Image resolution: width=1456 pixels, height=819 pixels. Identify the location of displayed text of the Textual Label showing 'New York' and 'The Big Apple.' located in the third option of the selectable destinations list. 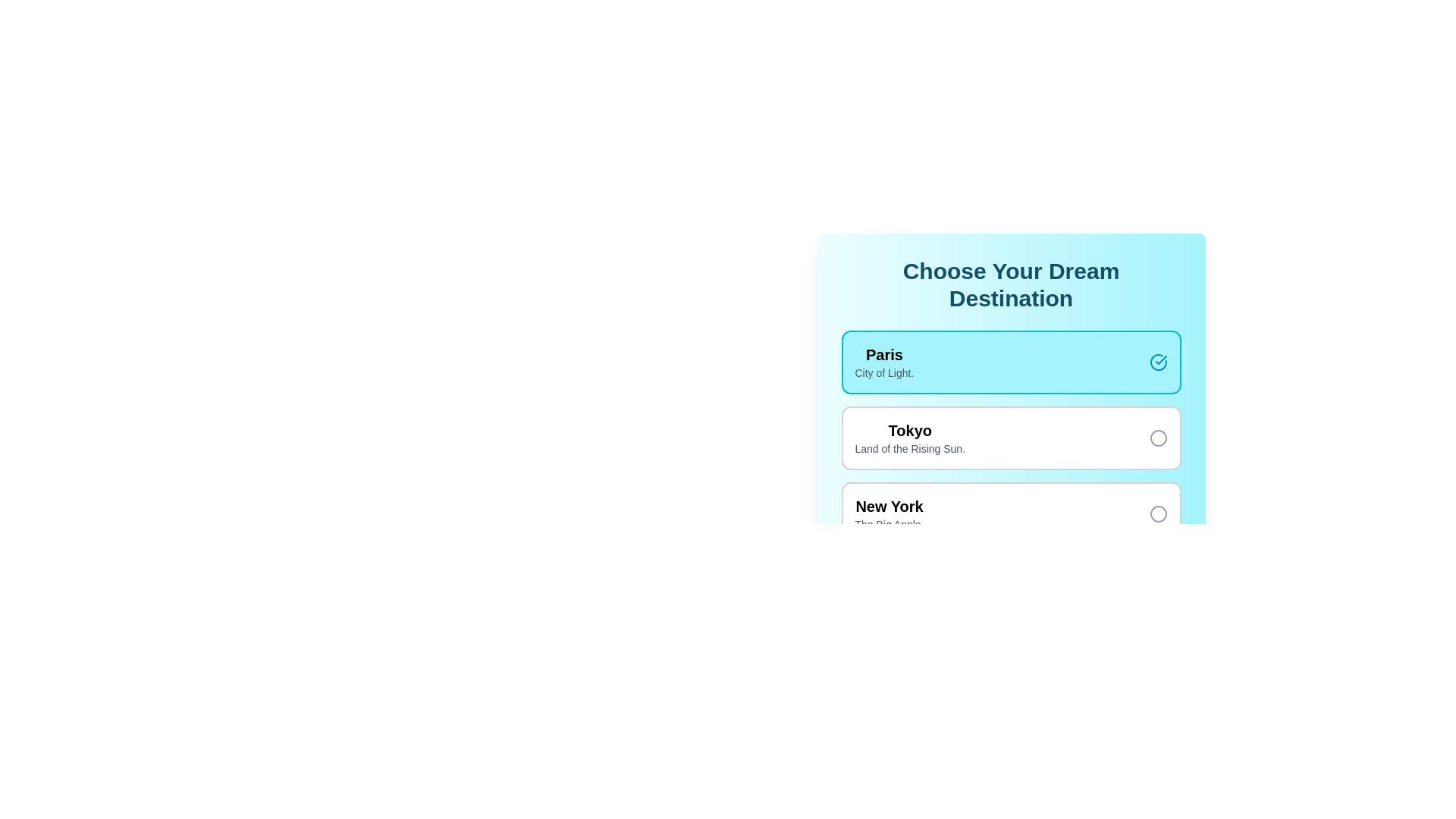
(890, 513).